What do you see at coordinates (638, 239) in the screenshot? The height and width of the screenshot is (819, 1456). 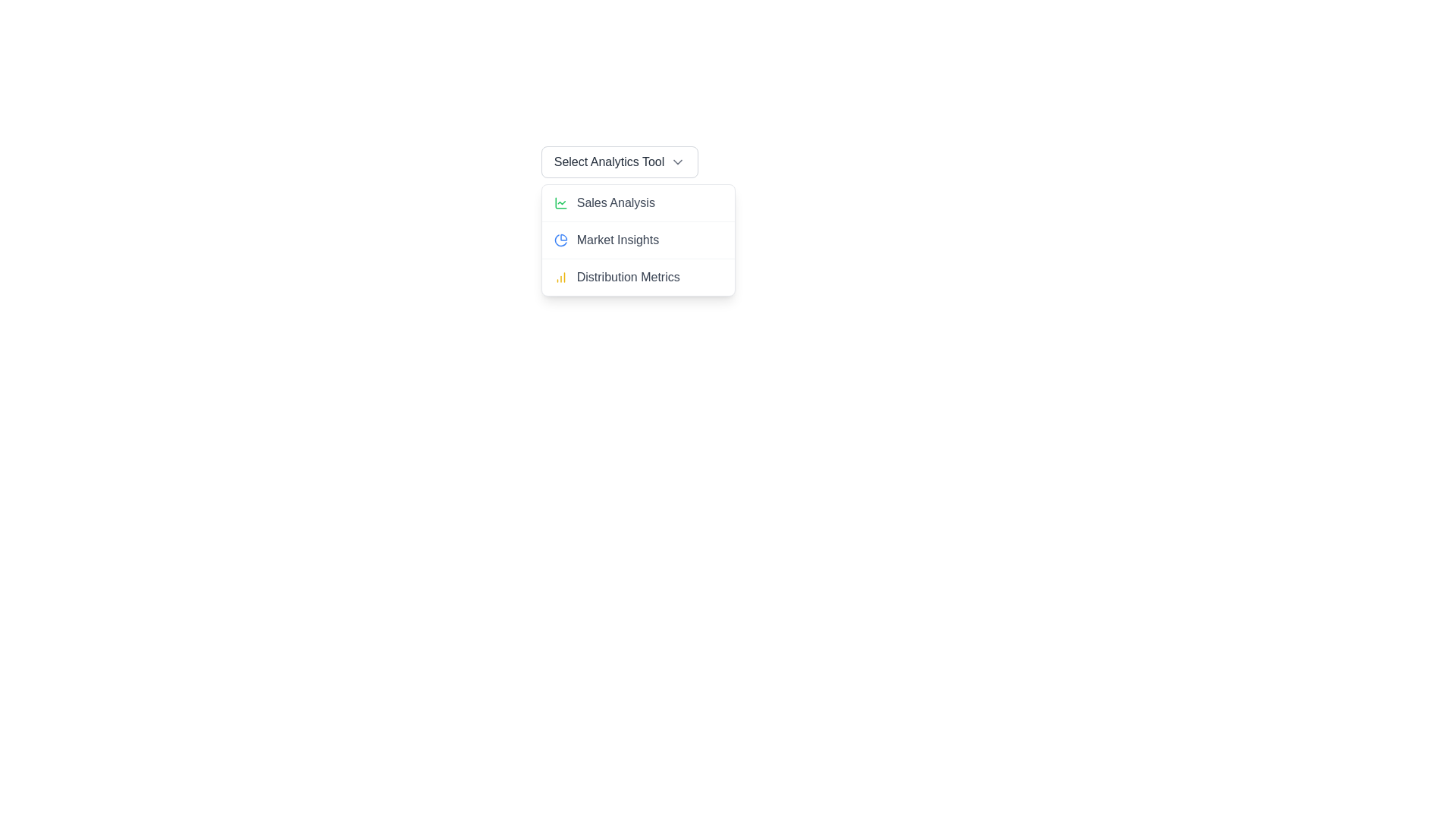 I see `the 'Market Insights' item in the dropdown menu` at bounding box center [638, 239].